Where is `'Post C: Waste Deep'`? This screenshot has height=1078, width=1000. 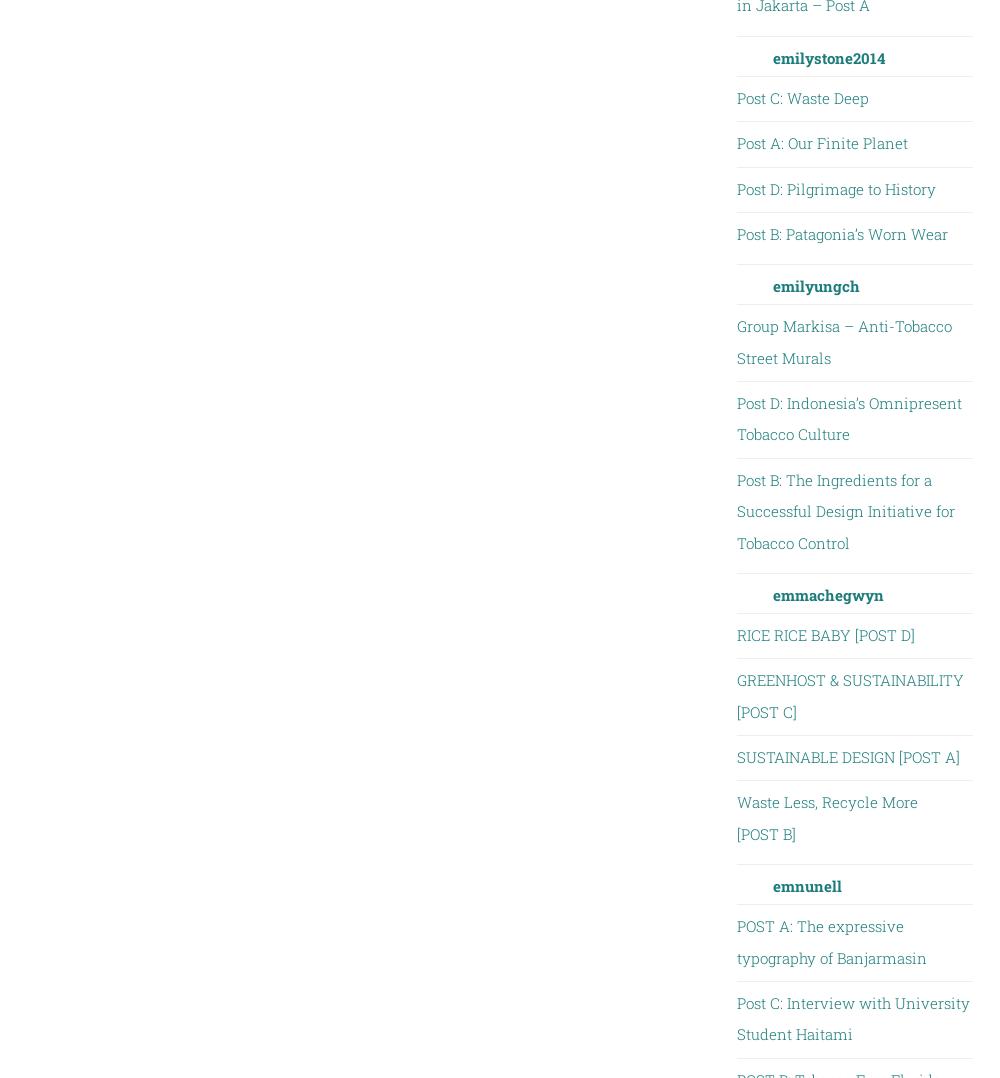
'Post C: Waste Deep' is located at coordinates (735, 96).